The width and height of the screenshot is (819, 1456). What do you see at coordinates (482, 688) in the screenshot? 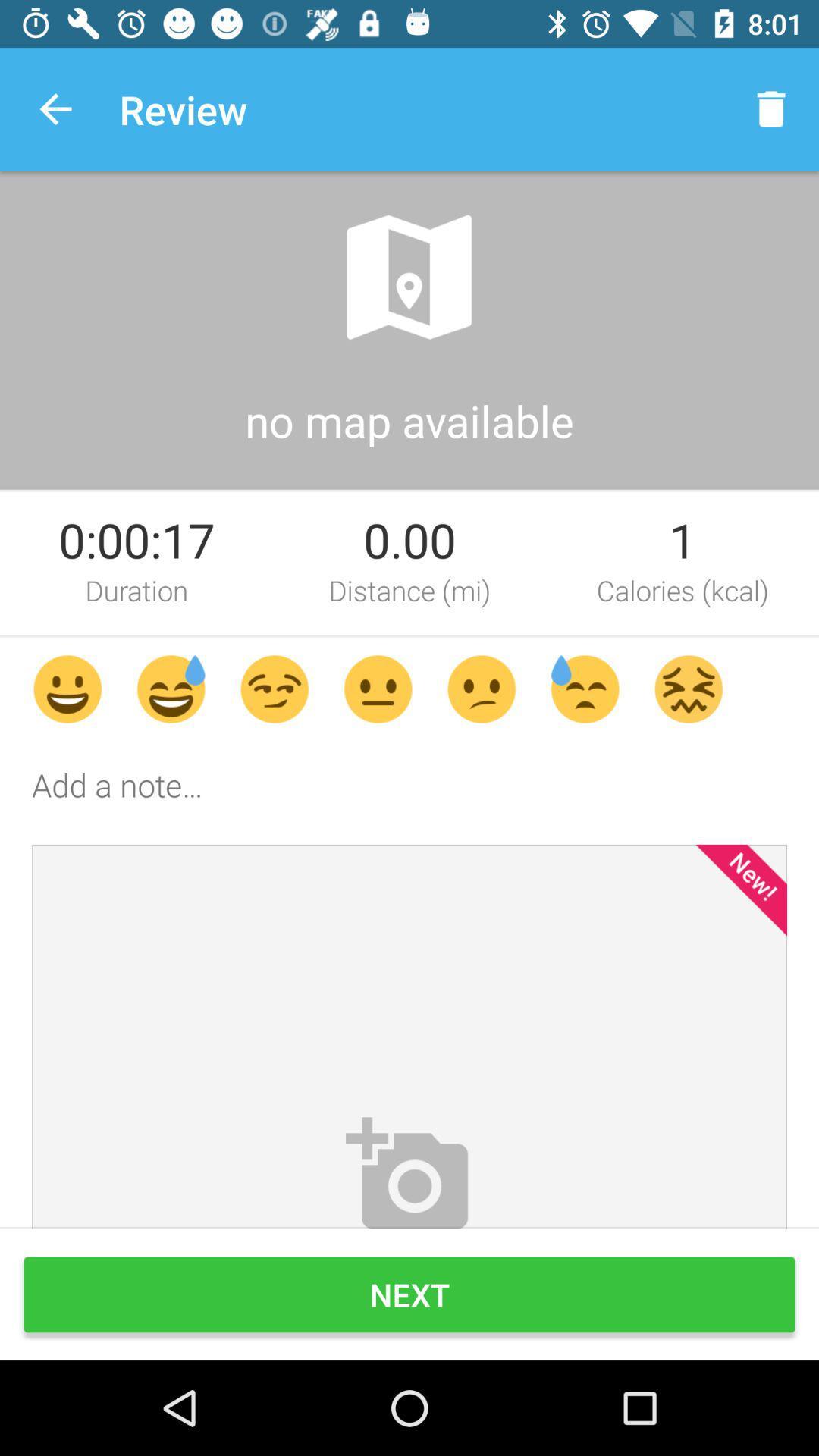
I see `the emoji icon` at bounding box center [482, 688].